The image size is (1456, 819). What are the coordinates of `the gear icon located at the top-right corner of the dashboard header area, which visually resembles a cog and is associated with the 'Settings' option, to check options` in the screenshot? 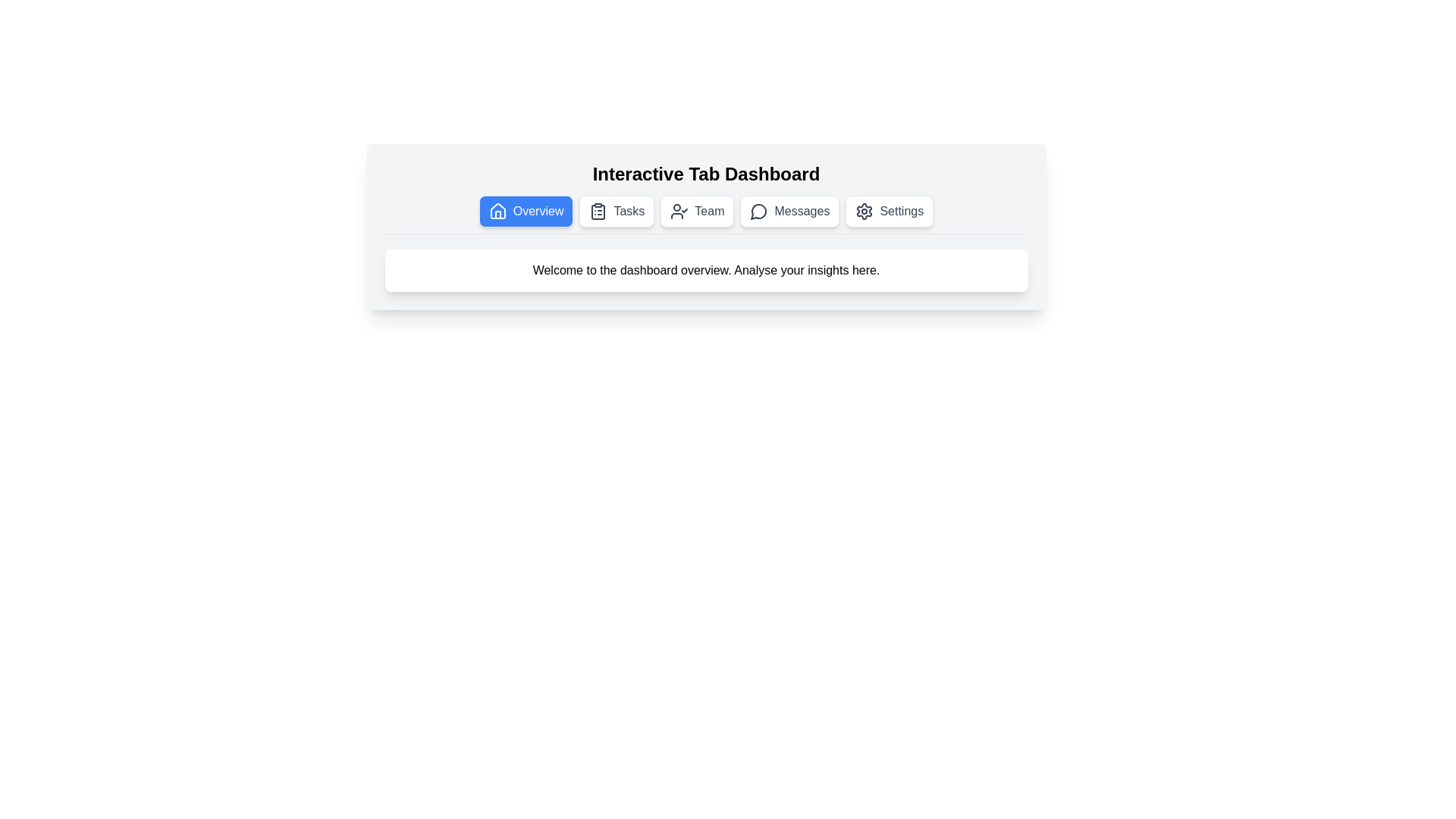 It's located at (864, 211).